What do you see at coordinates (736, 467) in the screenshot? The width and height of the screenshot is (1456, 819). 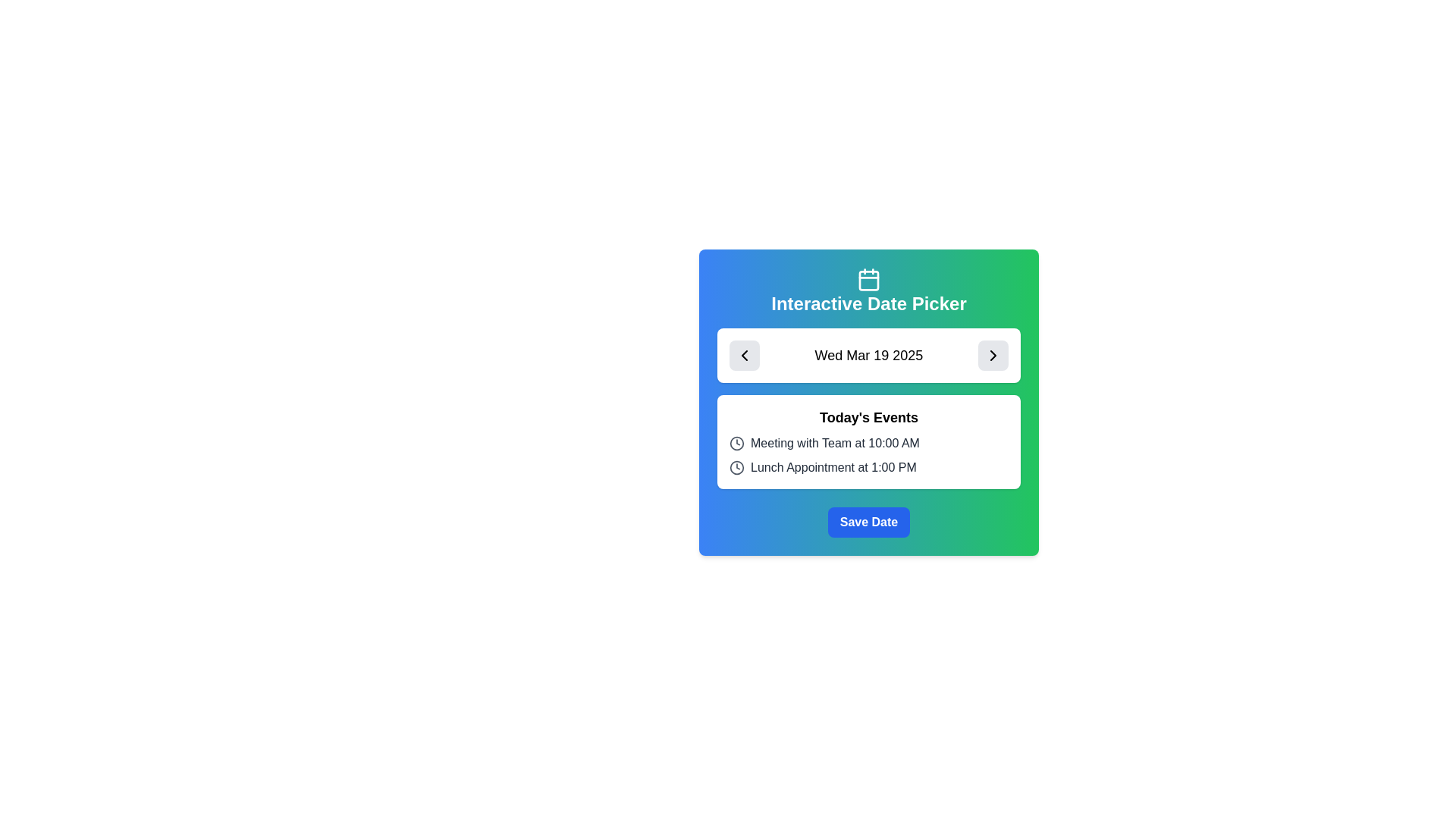 I see `the lunch appointment icon, which is positioned to the far left of the text 'Lunch Appointment at 1:00 PM'` at bounding box center [736, 467].